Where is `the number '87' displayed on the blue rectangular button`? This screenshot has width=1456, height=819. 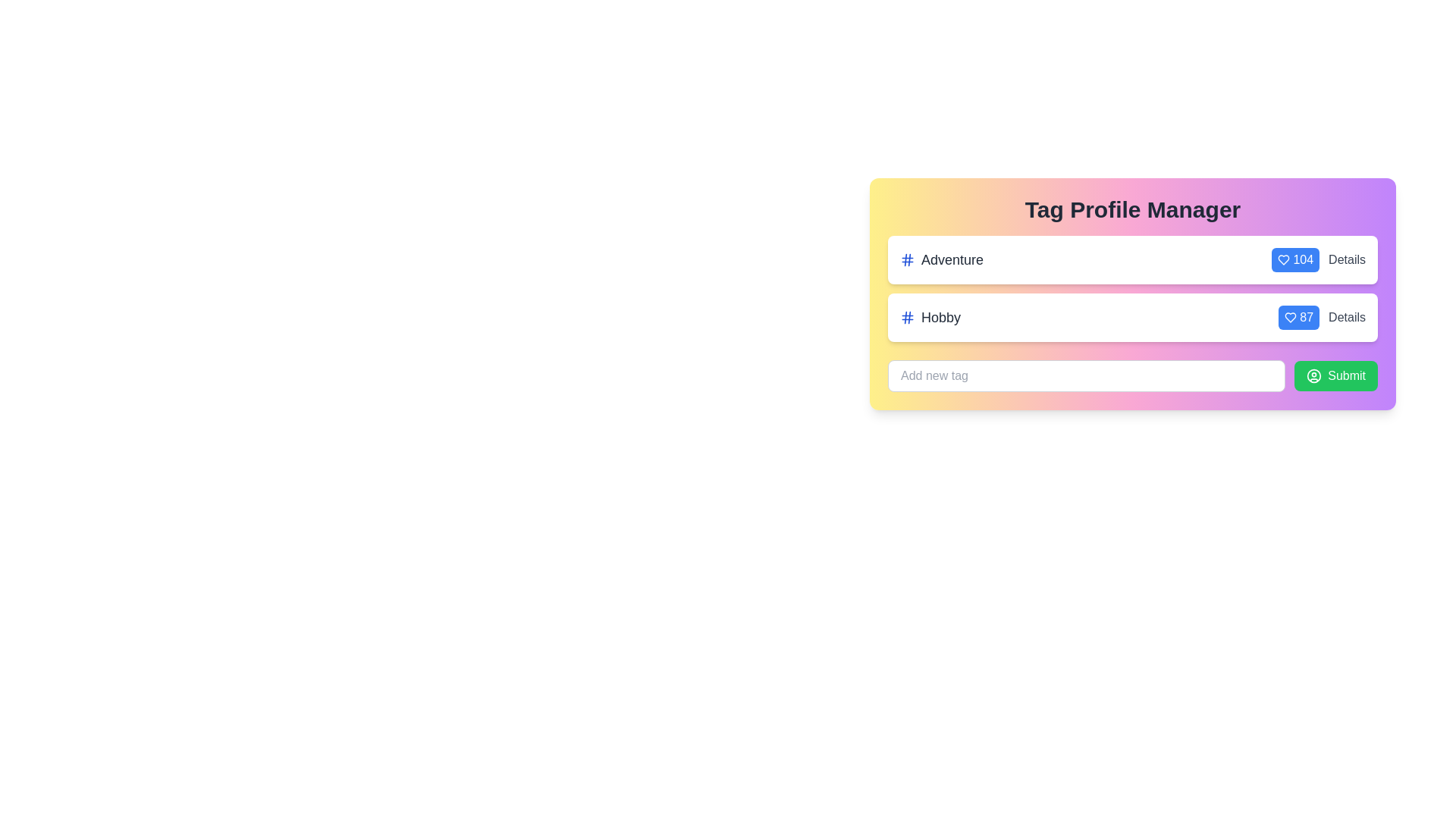
the number '87' displayed on the blue rectangular button is located at coordinates (1321, 317).